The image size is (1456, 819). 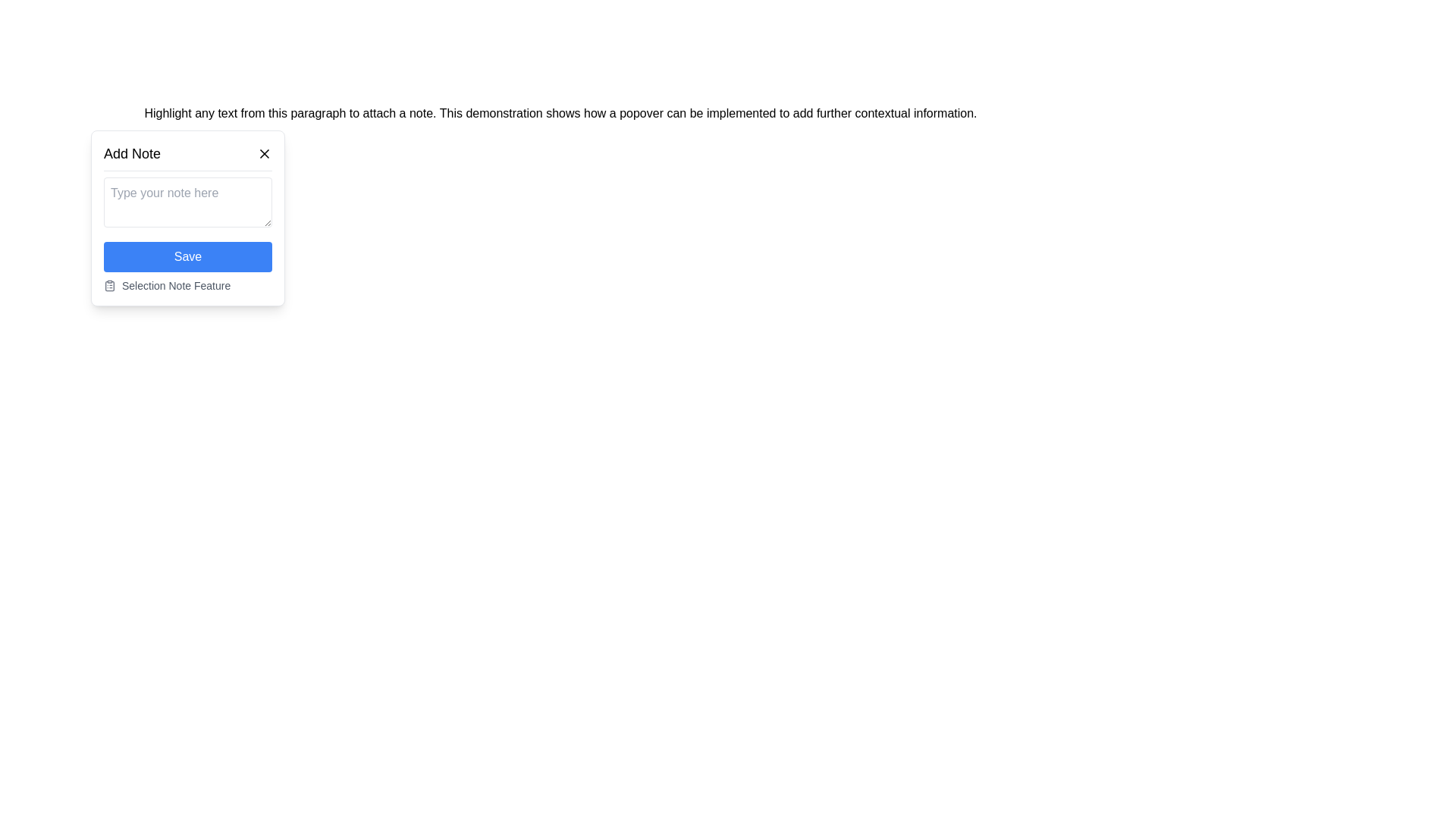 I want to click on the informational label located at the bottom of the 'Add Note' popover, directly beneath the 'Save' button, so click(x=187, y=286).